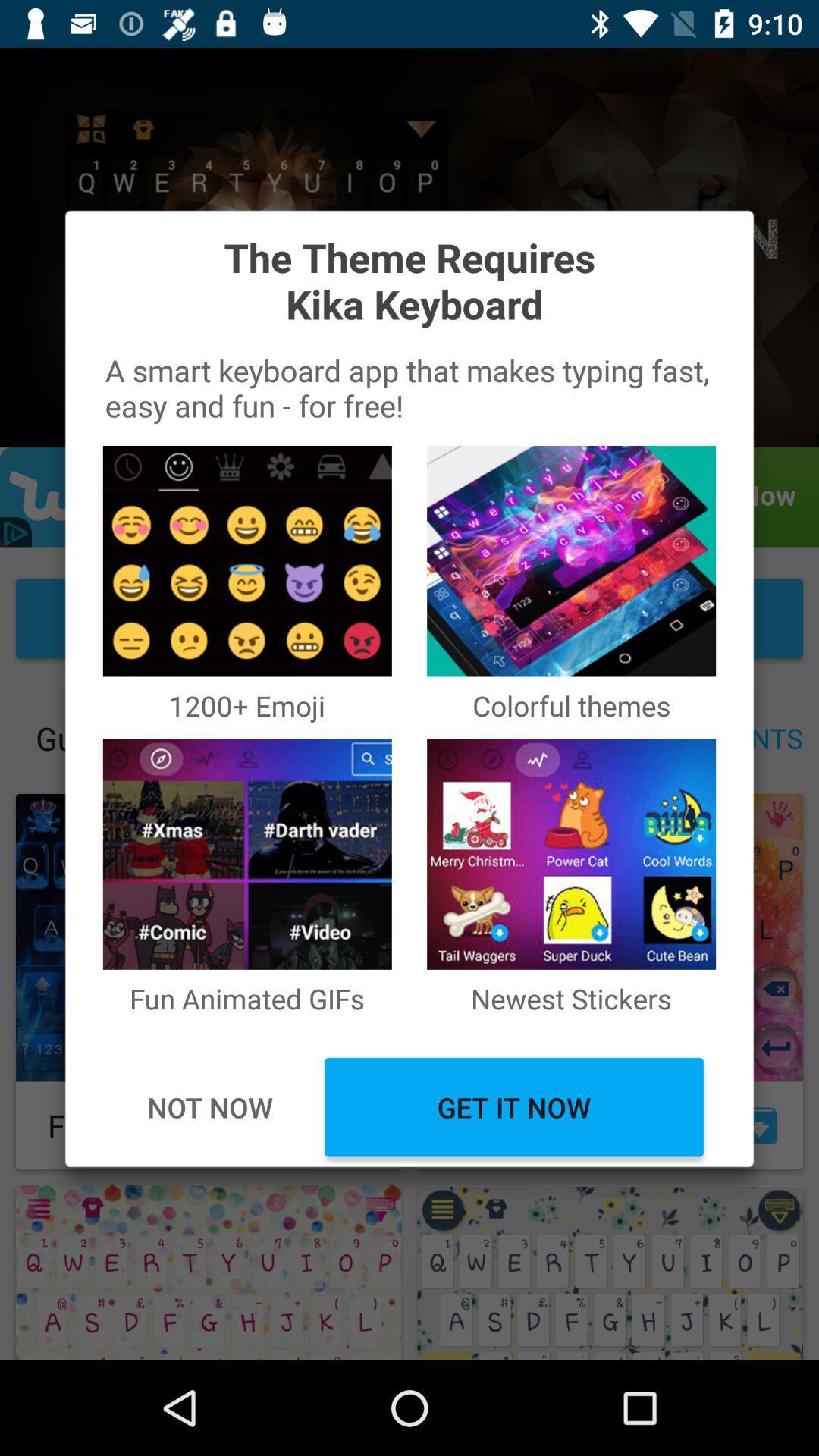 This screenshot has height=1456, width=819. Describe the element at coordinates (513, 1107) in the screenshot. I see `get it now item` at that location.